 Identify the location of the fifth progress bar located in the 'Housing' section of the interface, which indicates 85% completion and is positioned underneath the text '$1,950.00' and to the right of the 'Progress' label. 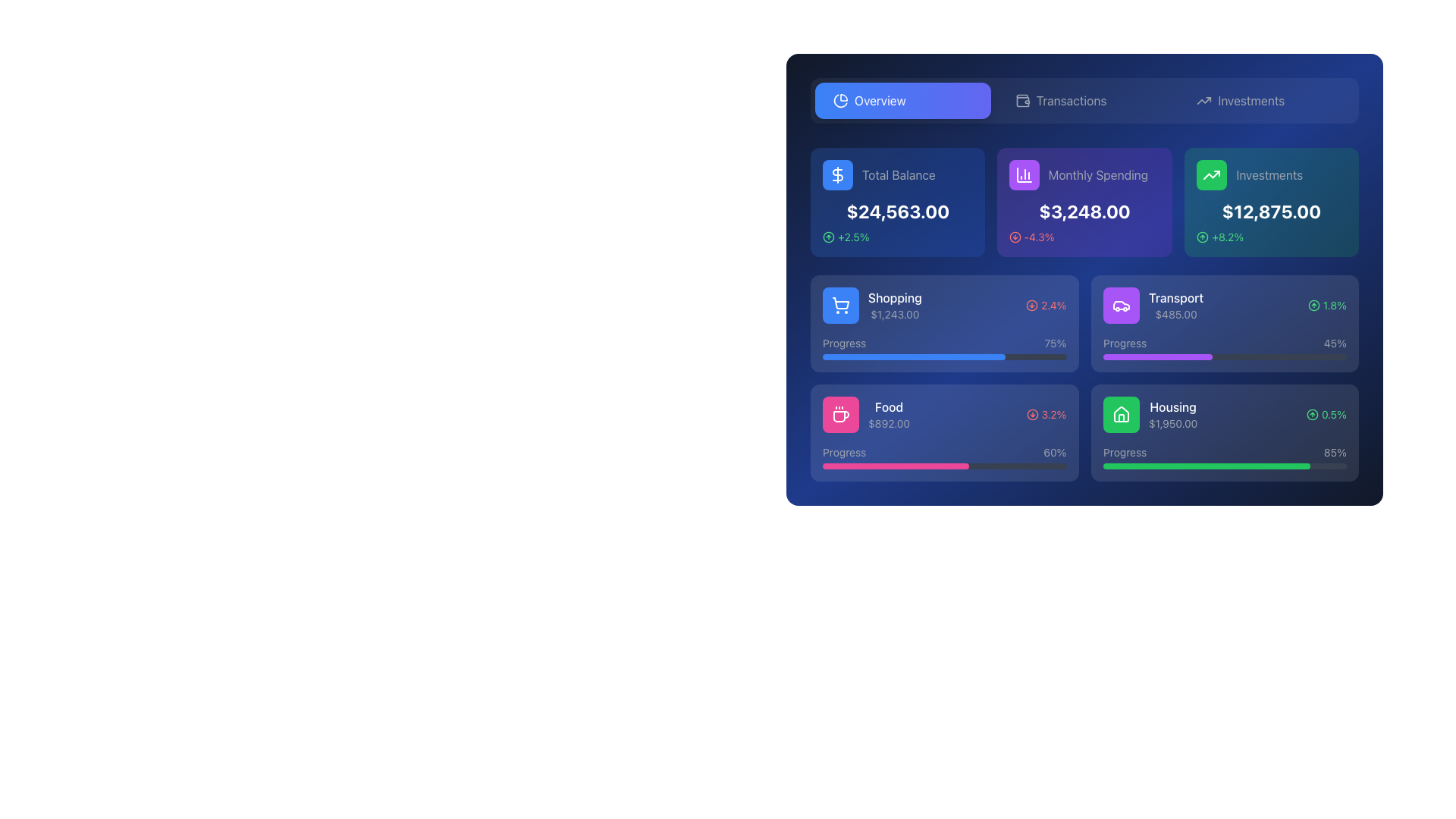
(1225, 465).